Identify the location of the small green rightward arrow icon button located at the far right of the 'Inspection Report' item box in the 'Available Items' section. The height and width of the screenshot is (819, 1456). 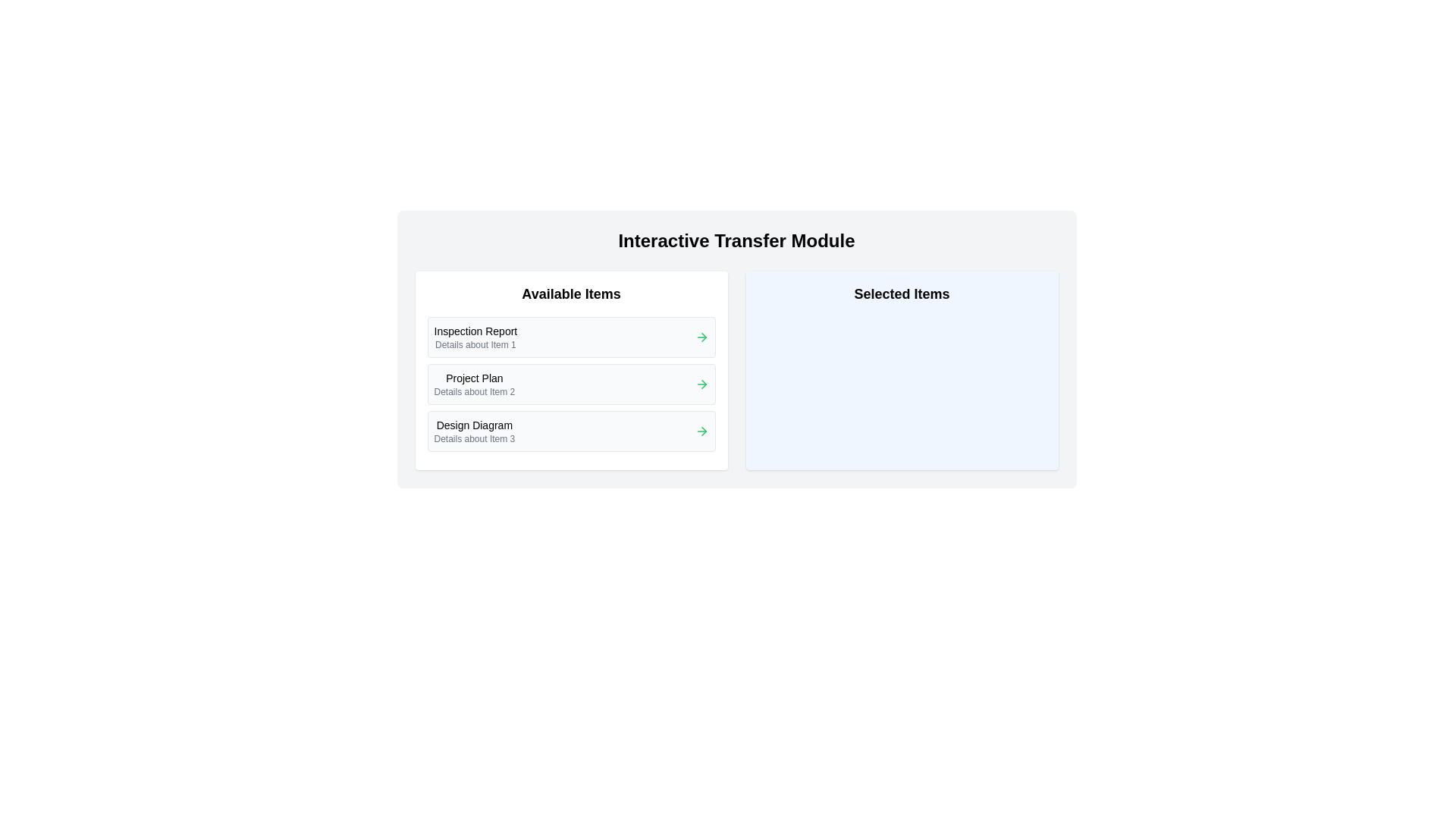
(701, 336).